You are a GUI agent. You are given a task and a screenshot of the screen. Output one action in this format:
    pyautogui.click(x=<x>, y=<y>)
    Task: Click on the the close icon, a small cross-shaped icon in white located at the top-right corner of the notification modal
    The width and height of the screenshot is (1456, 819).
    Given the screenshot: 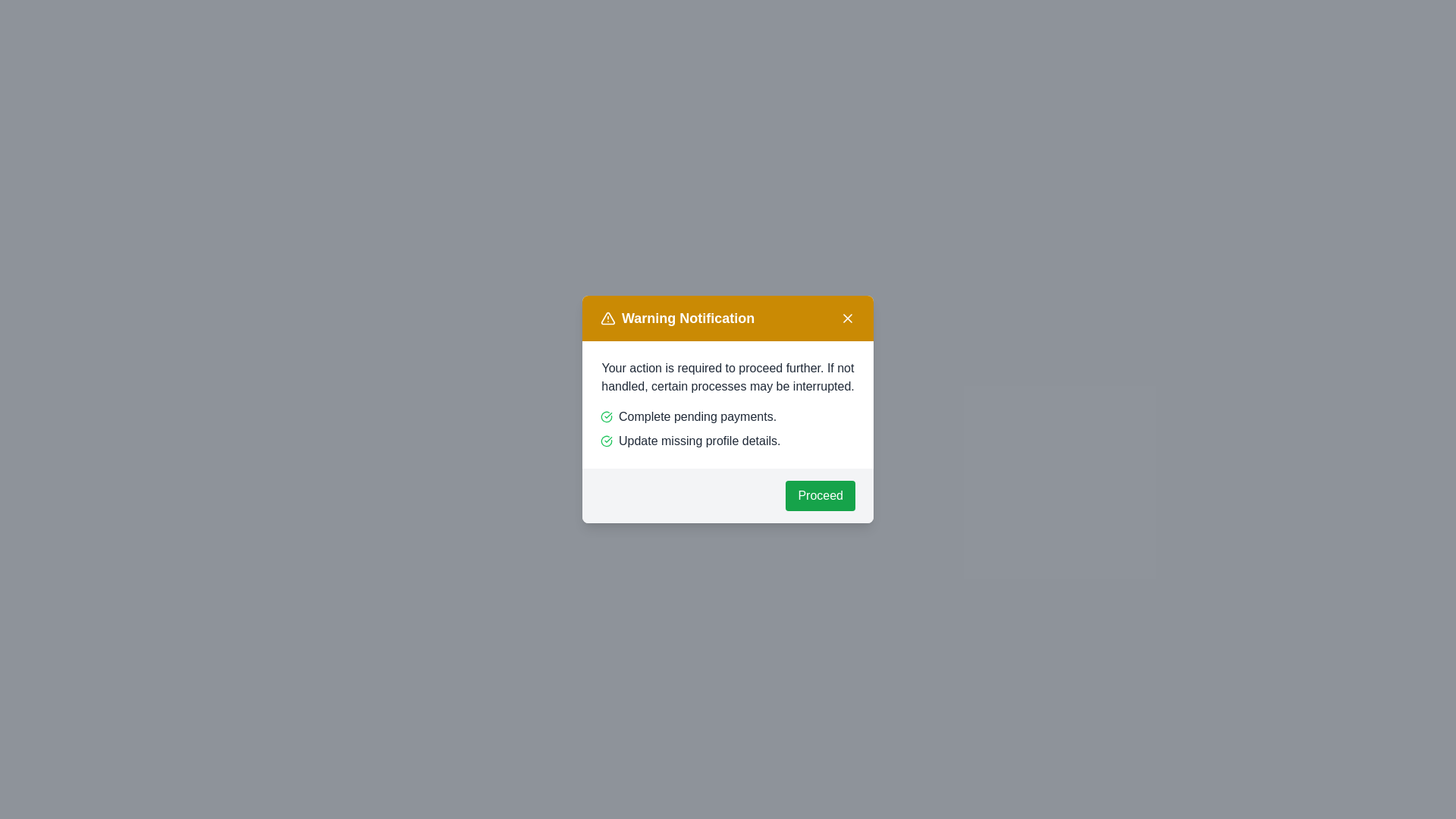 What is the action you would take?
    pyautogui.click(x=847, y=318)
    